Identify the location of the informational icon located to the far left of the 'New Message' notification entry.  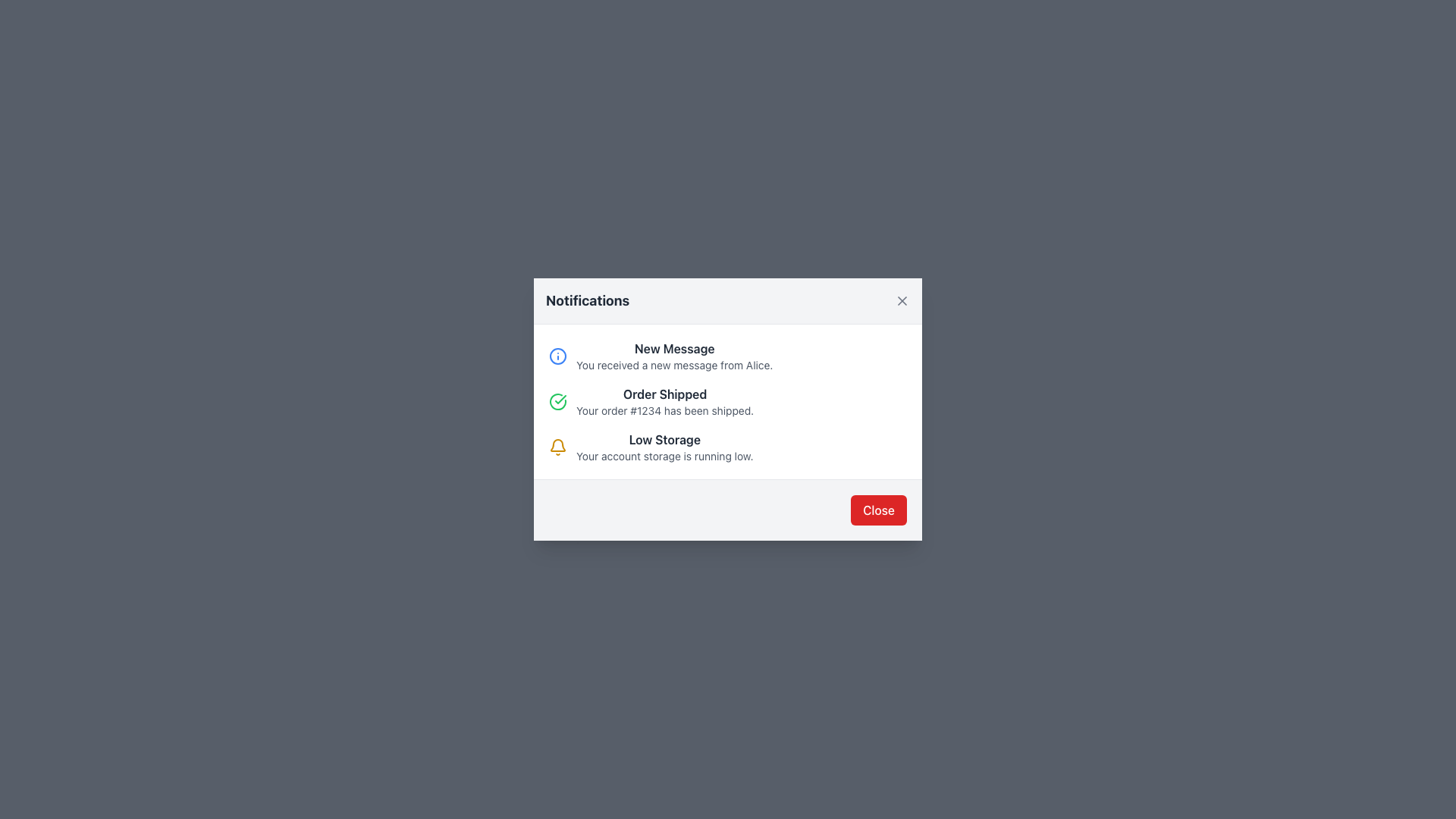
(557, 356).